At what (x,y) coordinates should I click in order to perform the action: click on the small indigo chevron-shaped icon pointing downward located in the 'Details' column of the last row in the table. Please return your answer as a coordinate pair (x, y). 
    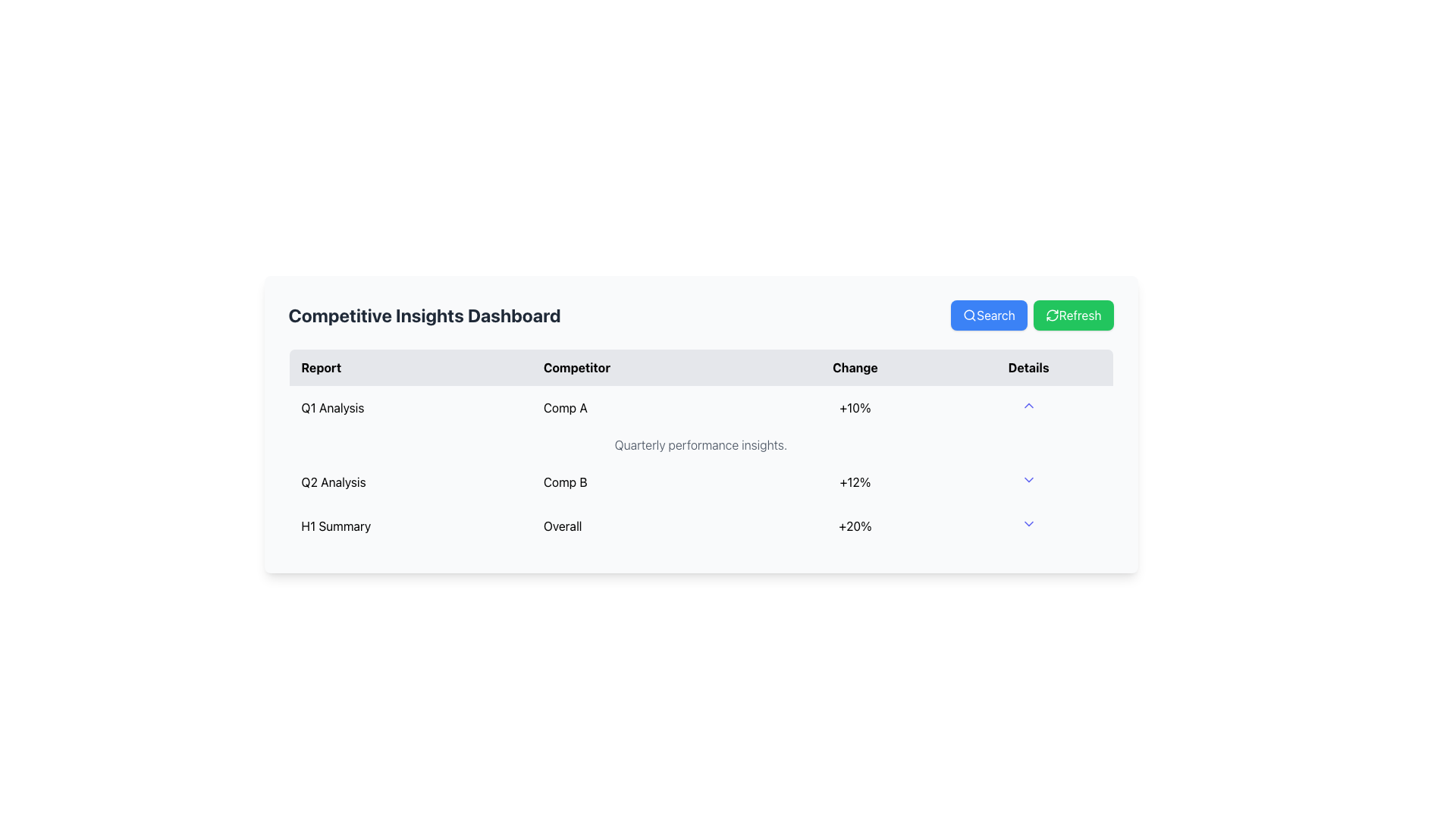
    Looking at the image, I should click on (1028, 522).